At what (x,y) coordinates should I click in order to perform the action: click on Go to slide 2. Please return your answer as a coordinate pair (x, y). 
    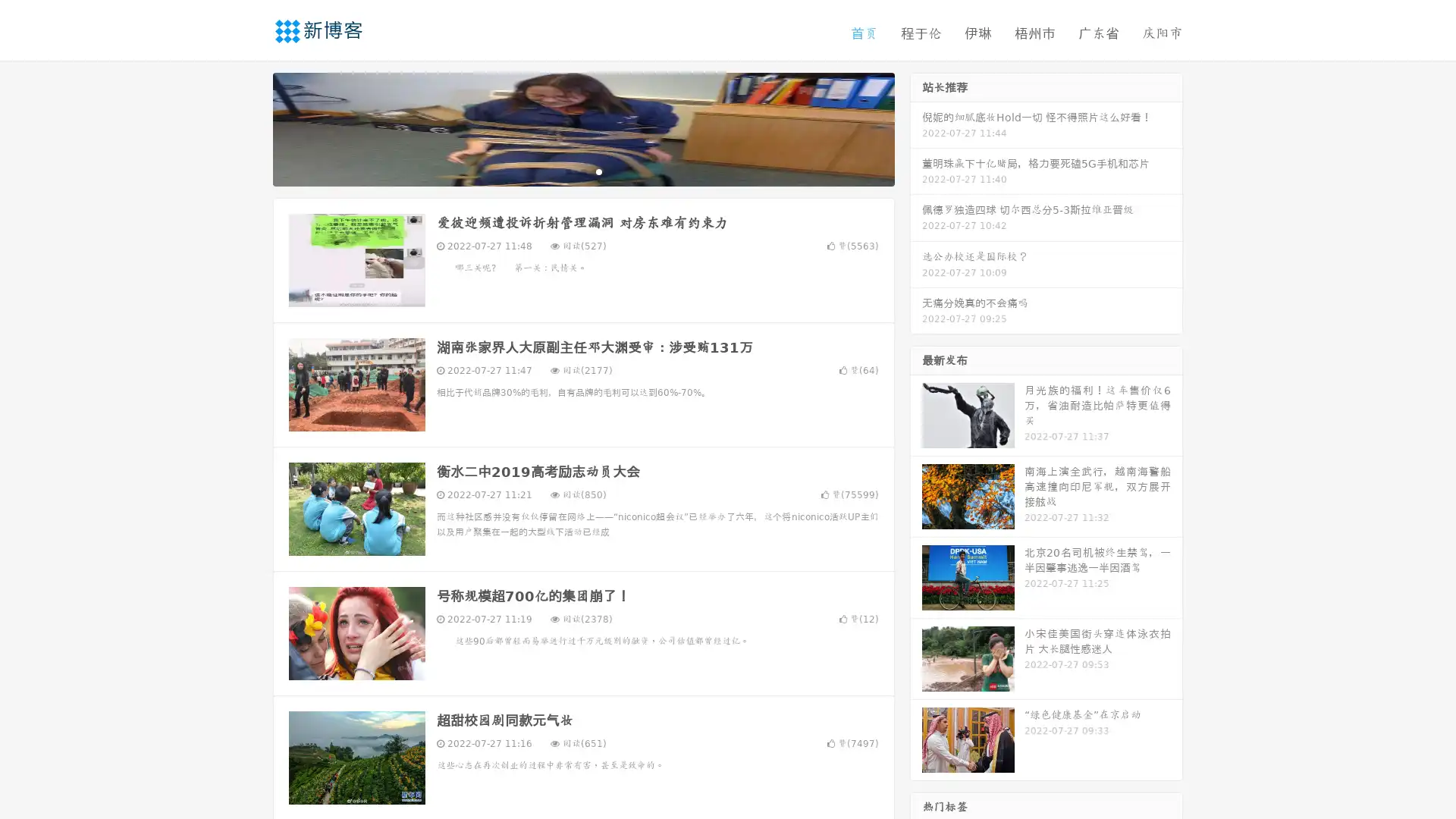
    Looking at the image, I should click on (582, 171).